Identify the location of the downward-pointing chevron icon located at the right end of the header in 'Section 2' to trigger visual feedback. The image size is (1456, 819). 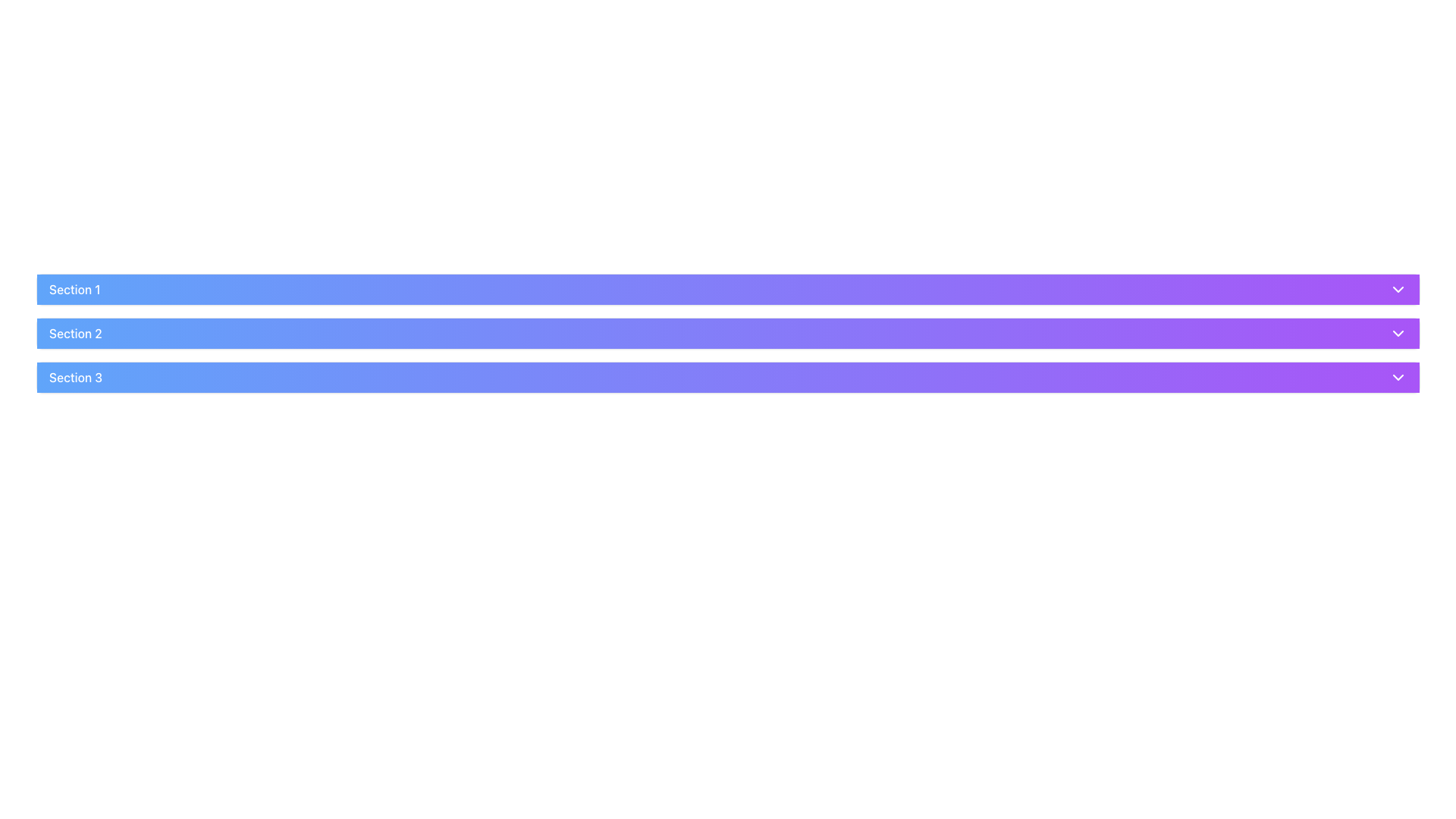
(1397, 332).